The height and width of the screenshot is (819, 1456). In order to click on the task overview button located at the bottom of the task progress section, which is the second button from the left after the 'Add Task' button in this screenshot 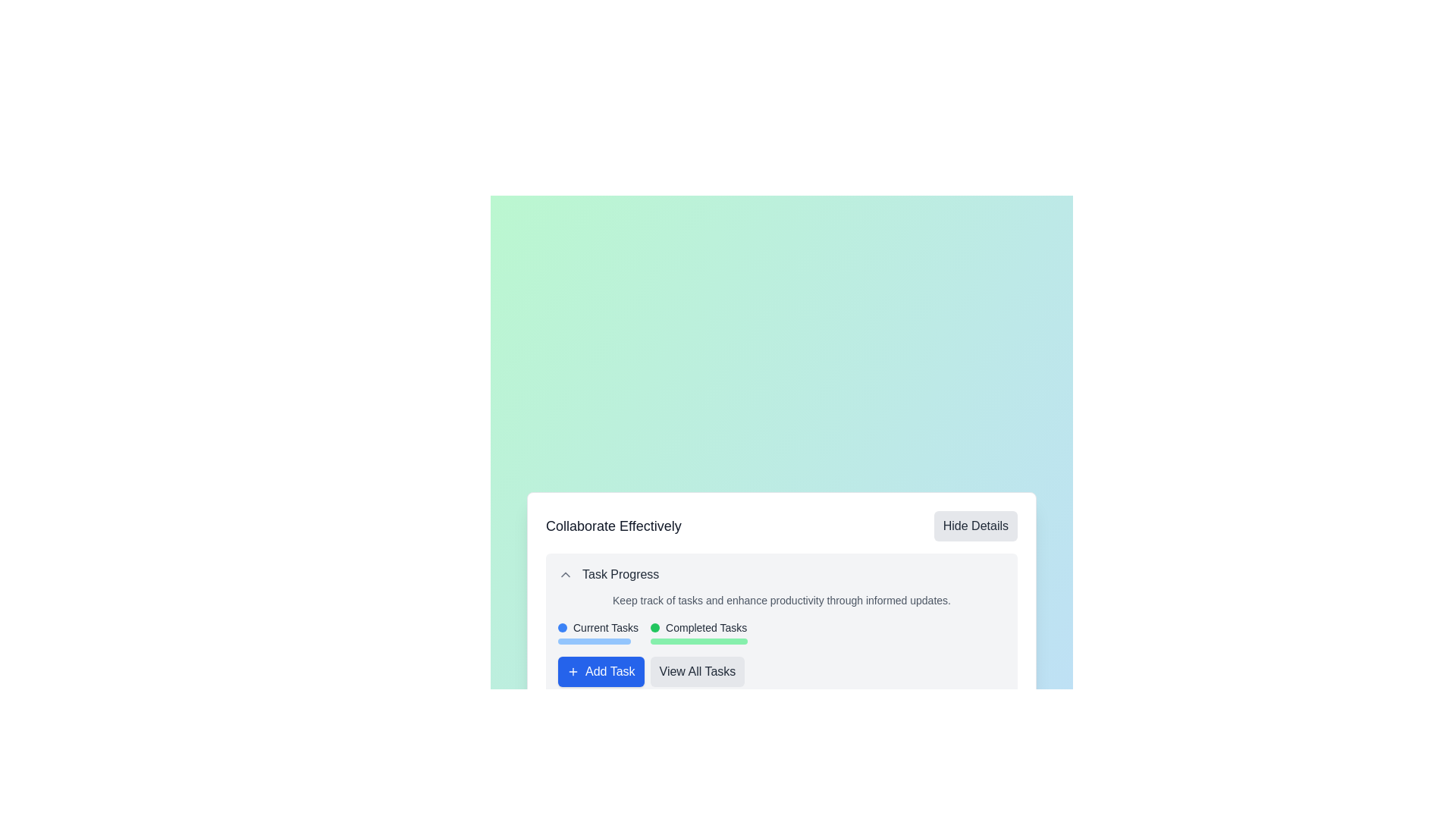, I will do `click(696, 671)`.